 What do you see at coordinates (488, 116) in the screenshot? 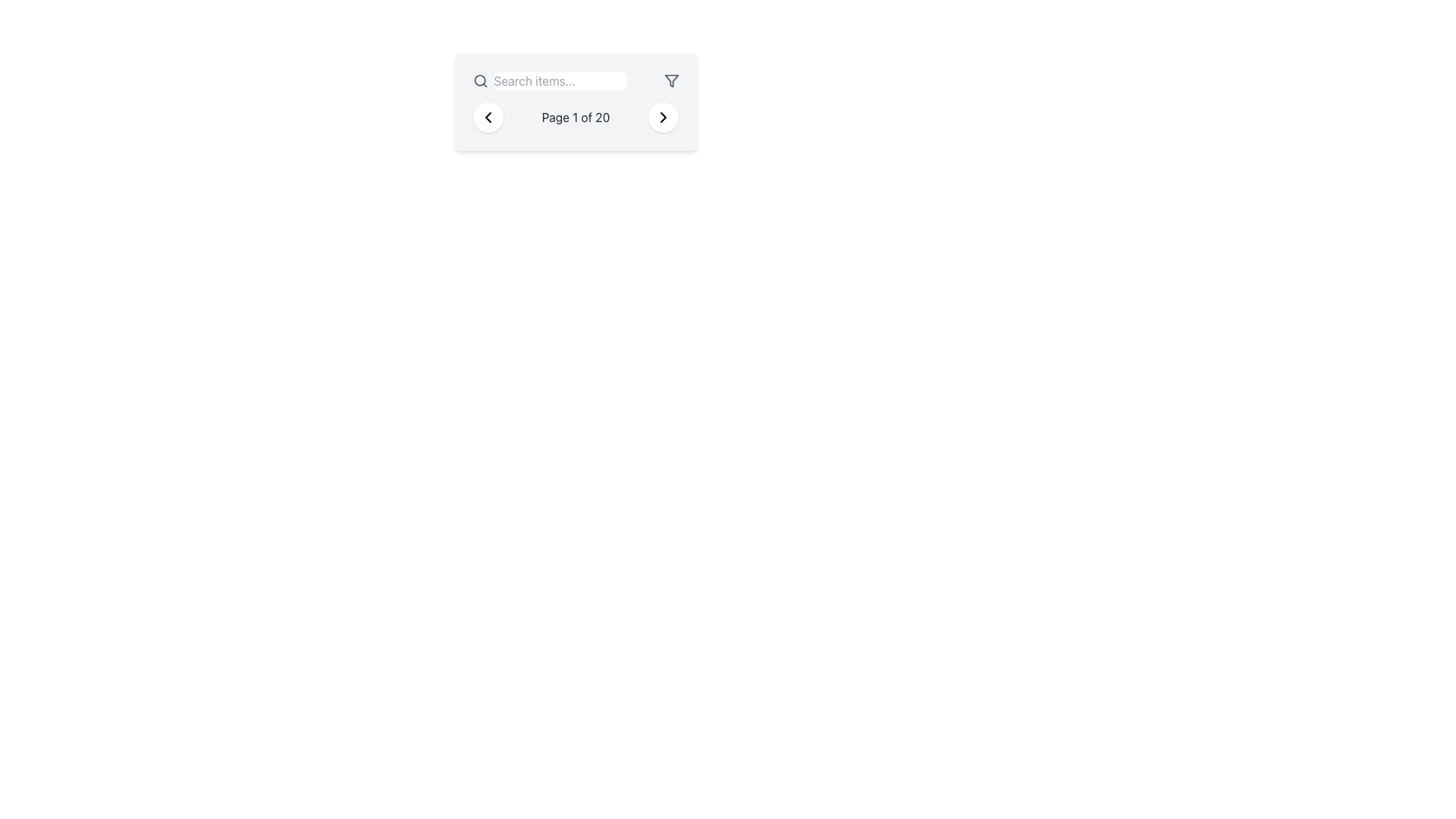
I see `the leftward-pointing chevron arrow icon button located in the navigation bar` at bounding box center [488, 116].